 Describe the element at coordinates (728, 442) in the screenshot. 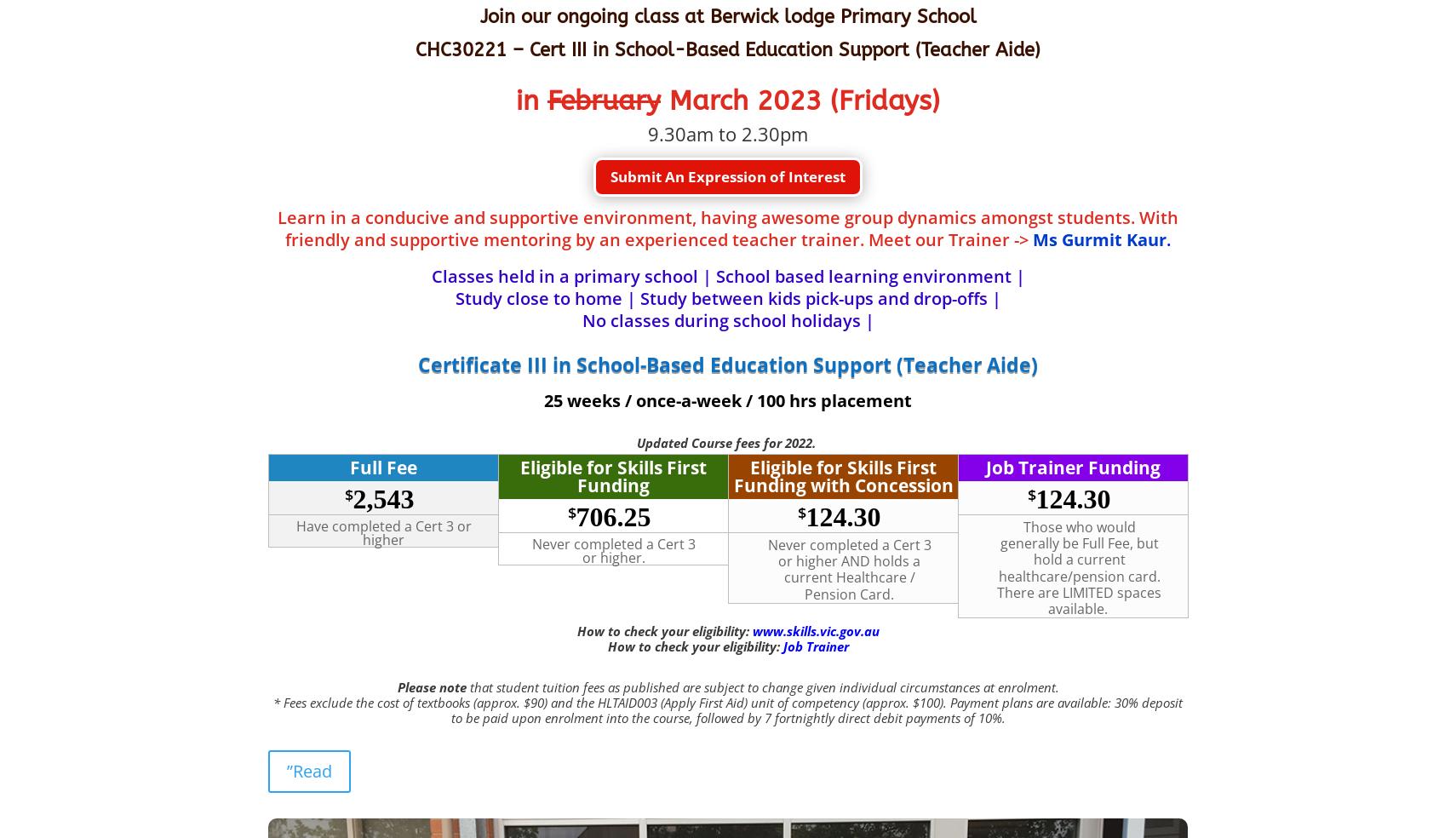

I see `'Updated Course fees for 2022.'` at that location.